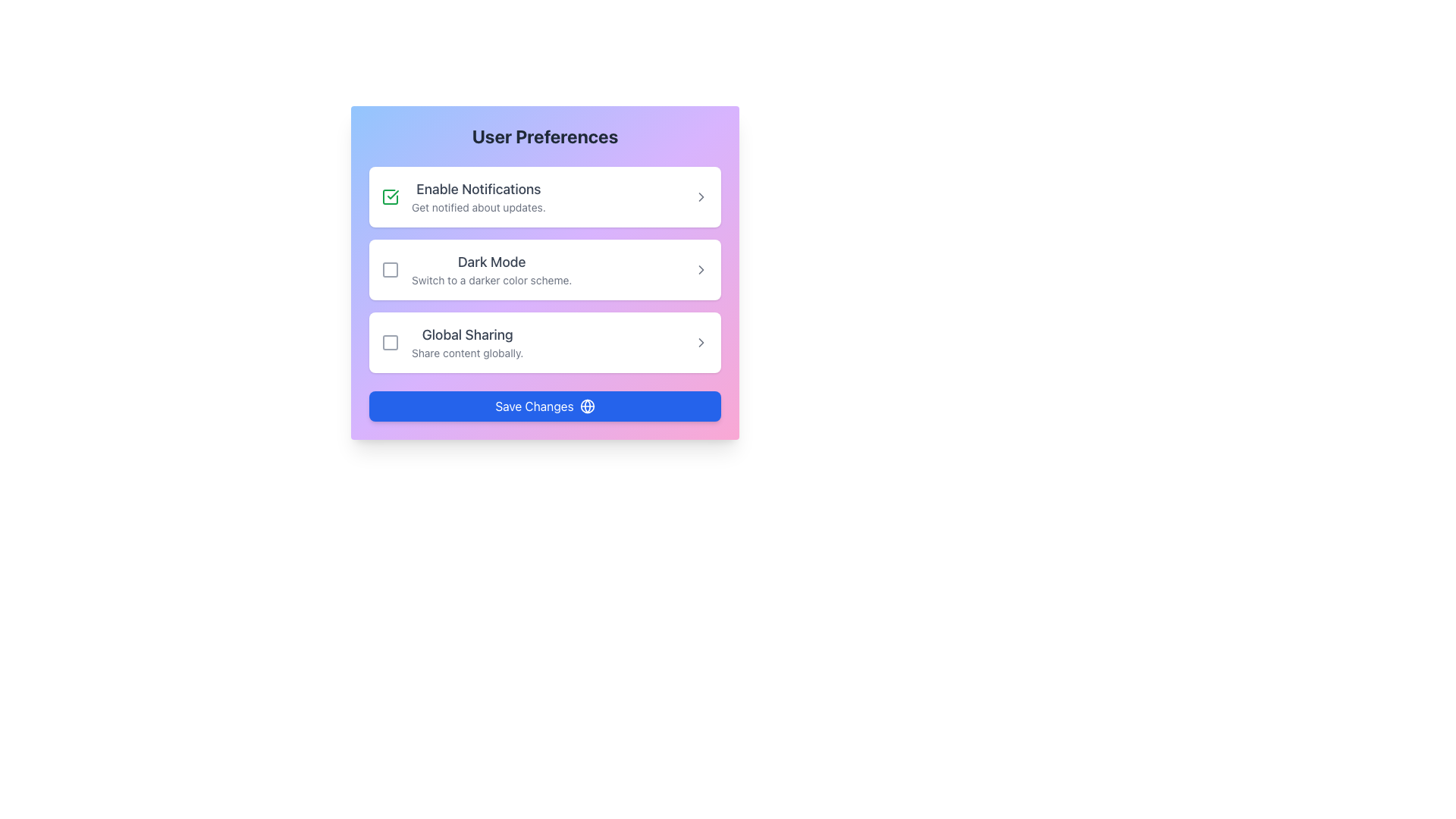 Image resolution: width=1456 pixels, height=819 pixels. I want to click on the checkbox text indicating the user's preference for receiving notifications, so click(463, 196).